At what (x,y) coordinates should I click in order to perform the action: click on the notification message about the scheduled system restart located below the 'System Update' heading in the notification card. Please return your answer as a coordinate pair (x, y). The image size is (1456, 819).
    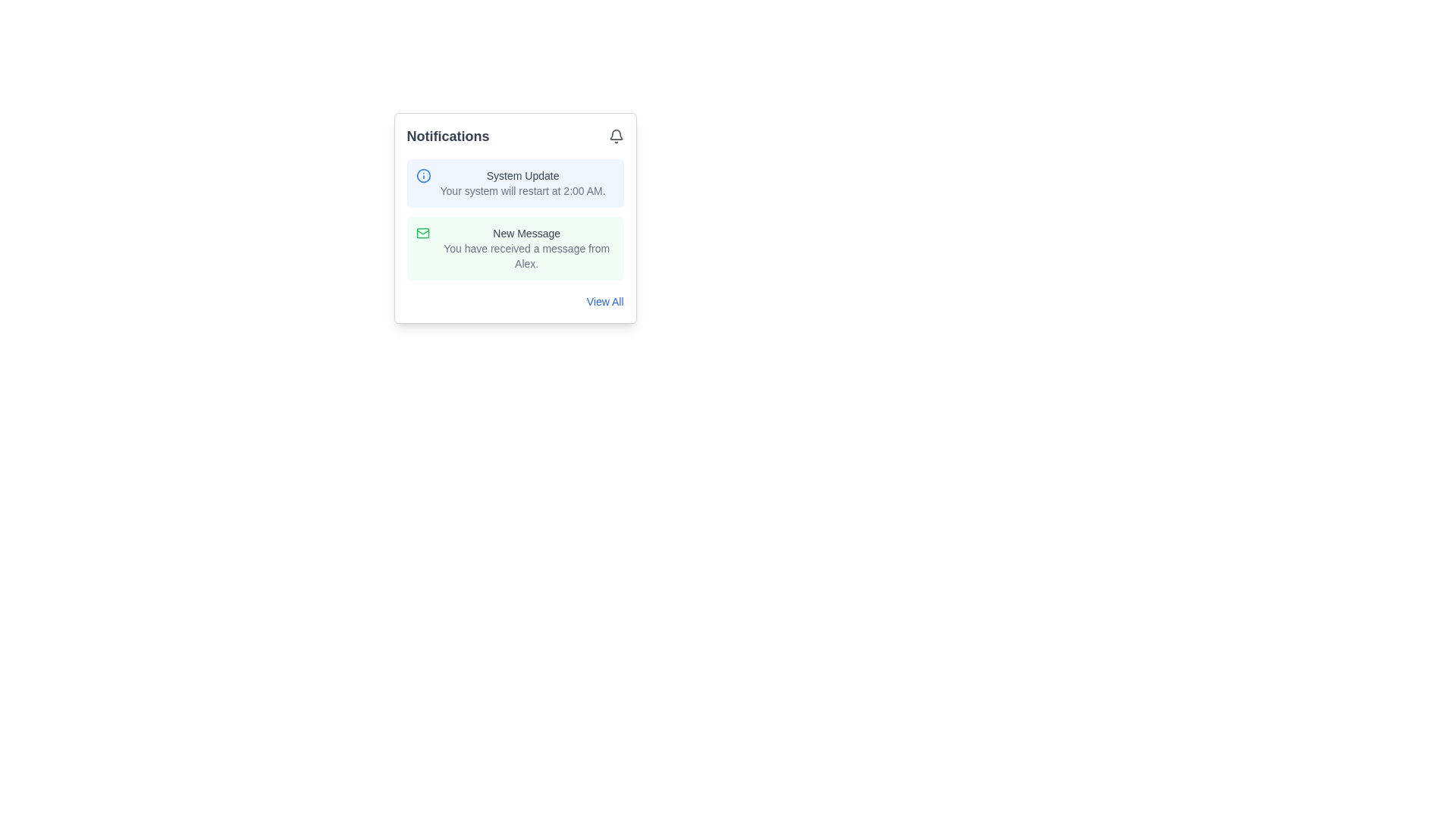
    Looking at the image, I should click on (522, 190).